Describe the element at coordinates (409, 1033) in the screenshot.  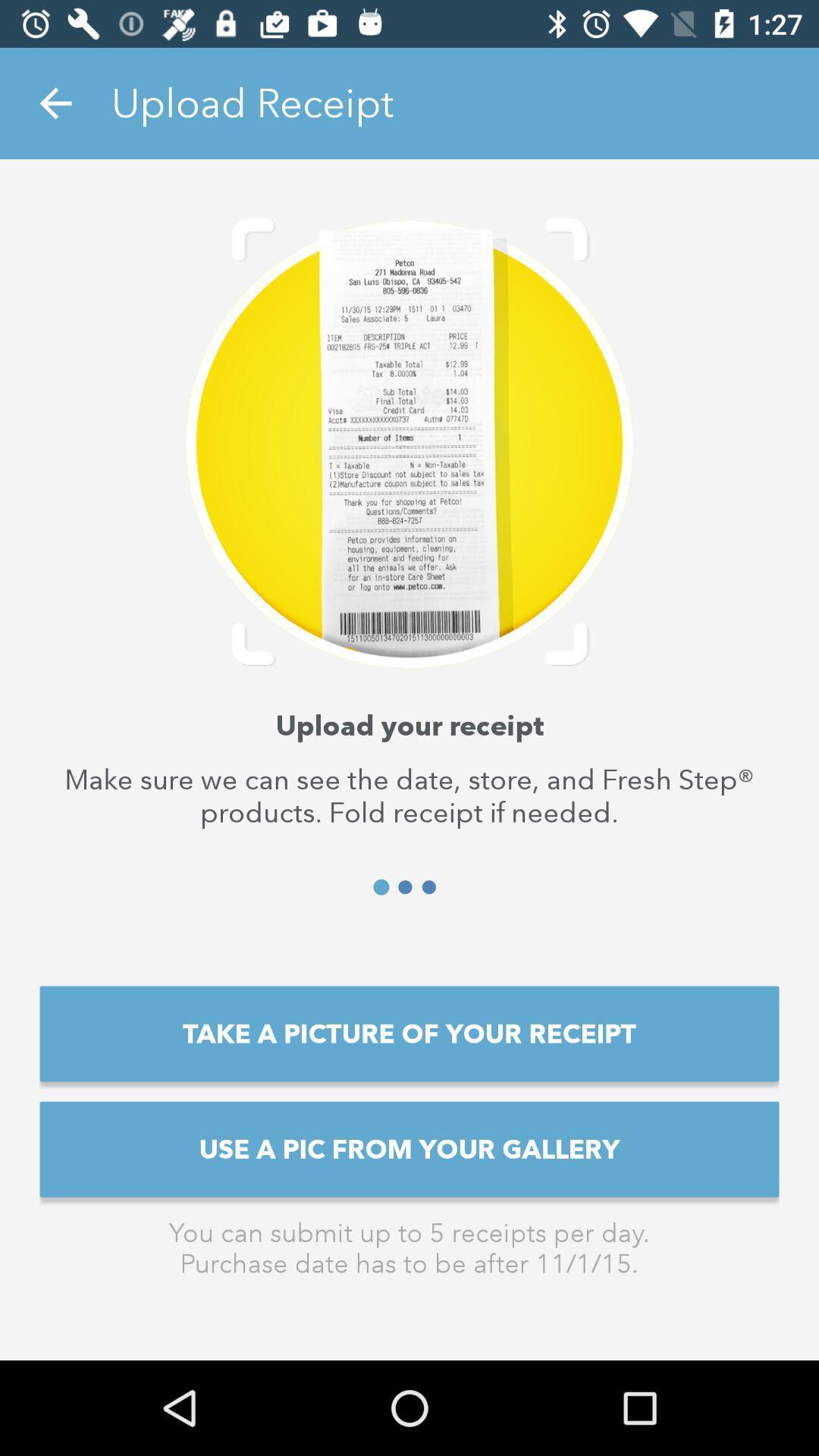
I see `the take a picture` at that location.